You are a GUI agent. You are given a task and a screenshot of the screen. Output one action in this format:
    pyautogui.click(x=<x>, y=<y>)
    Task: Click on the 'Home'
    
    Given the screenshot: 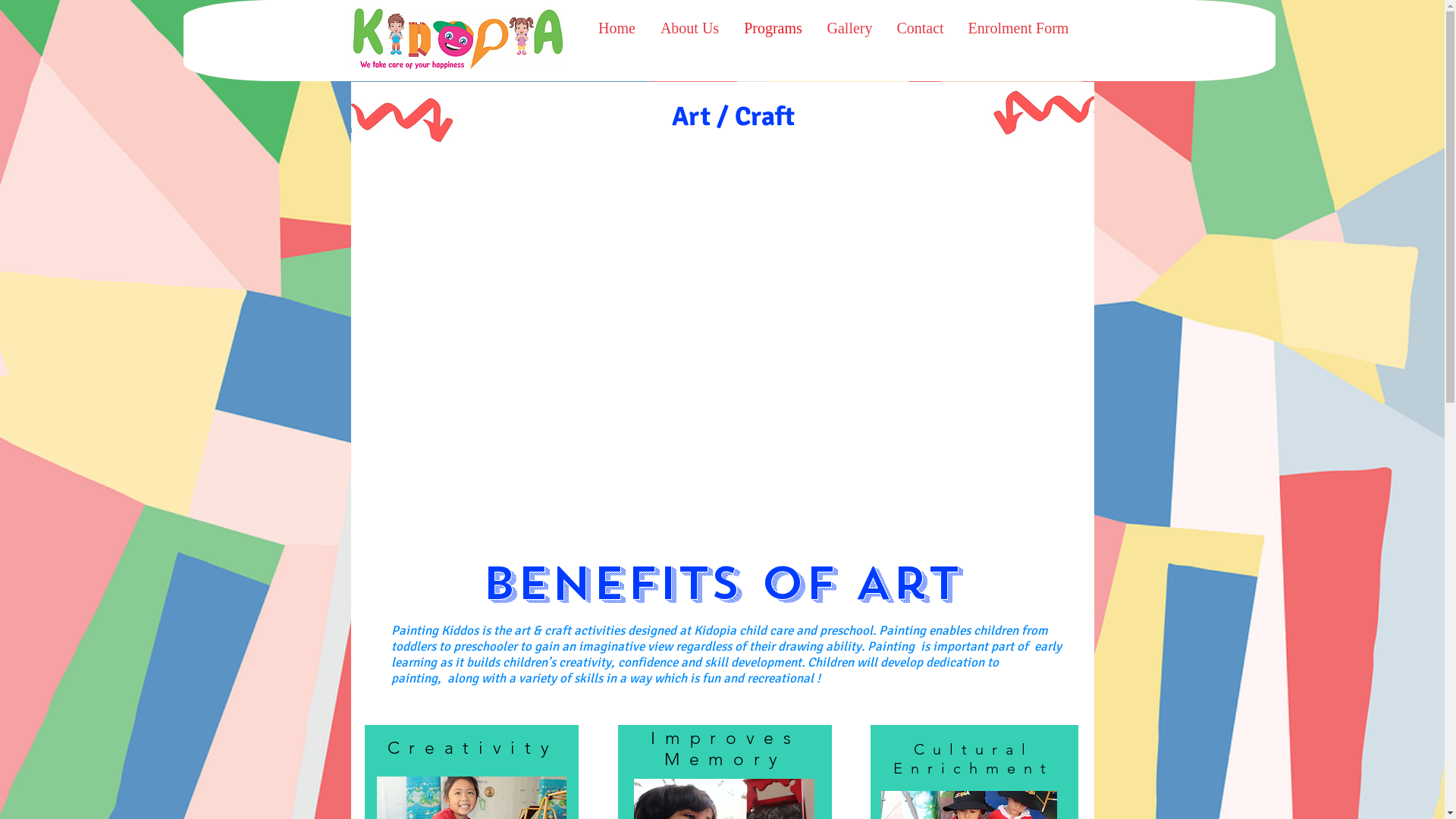 What is the action you would take?
    pyautogui.click(x=585, y=28)
    